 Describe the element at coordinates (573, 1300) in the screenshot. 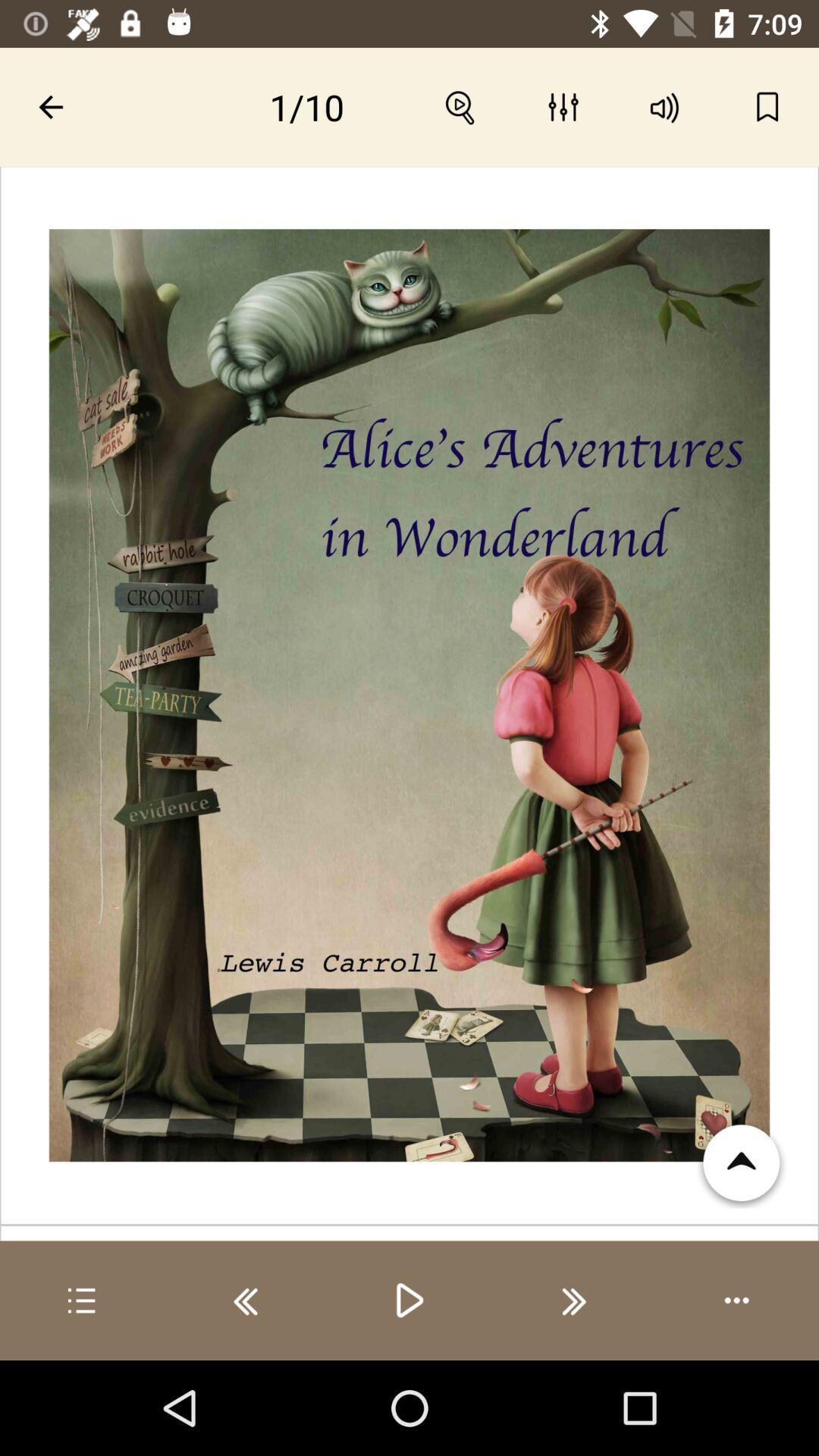

I see `go forward` at that location.